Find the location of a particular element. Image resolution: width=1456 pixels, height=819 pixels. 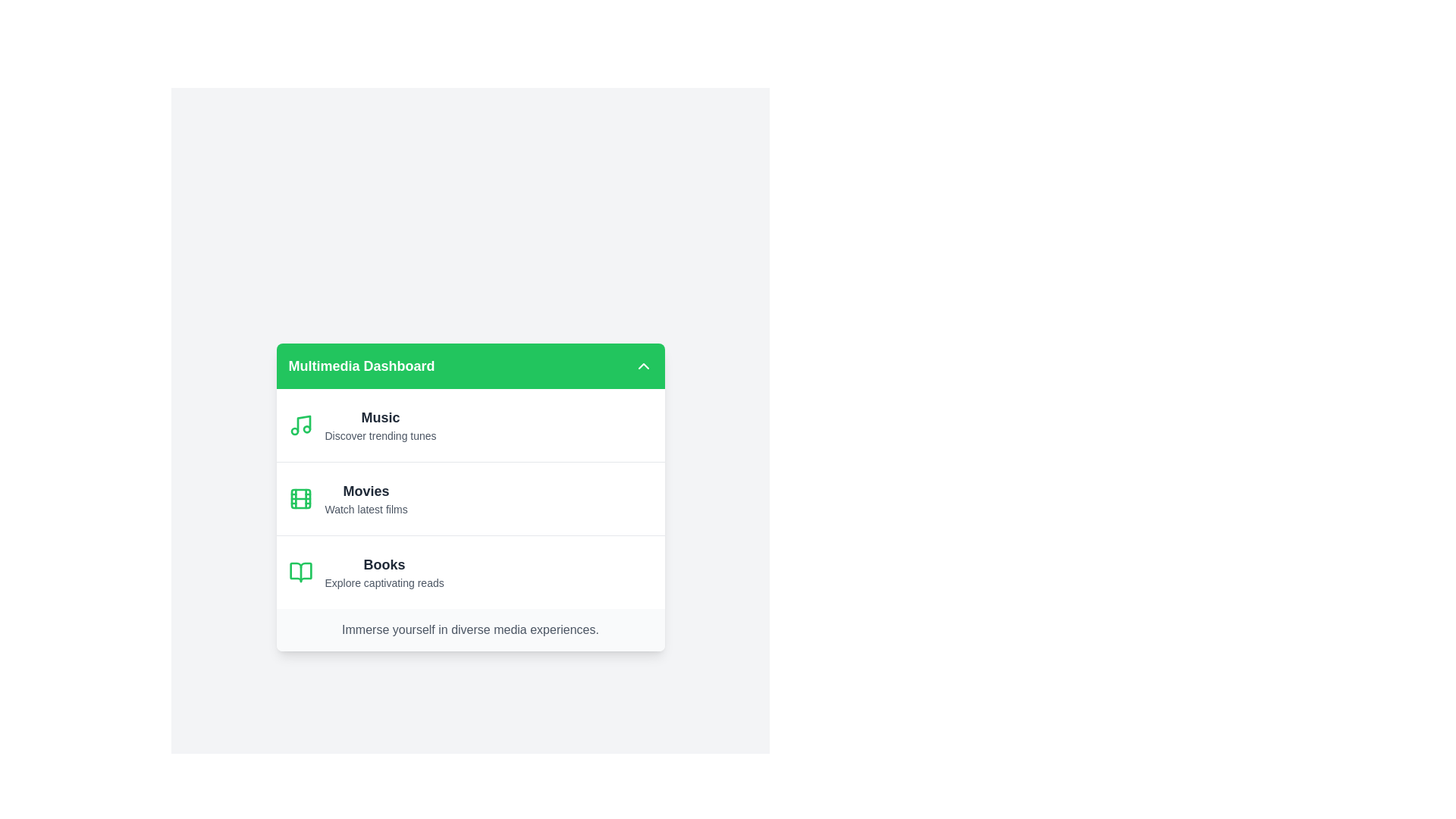

the icon corresponding to Music to view its details is located at coordinates (300, 425).